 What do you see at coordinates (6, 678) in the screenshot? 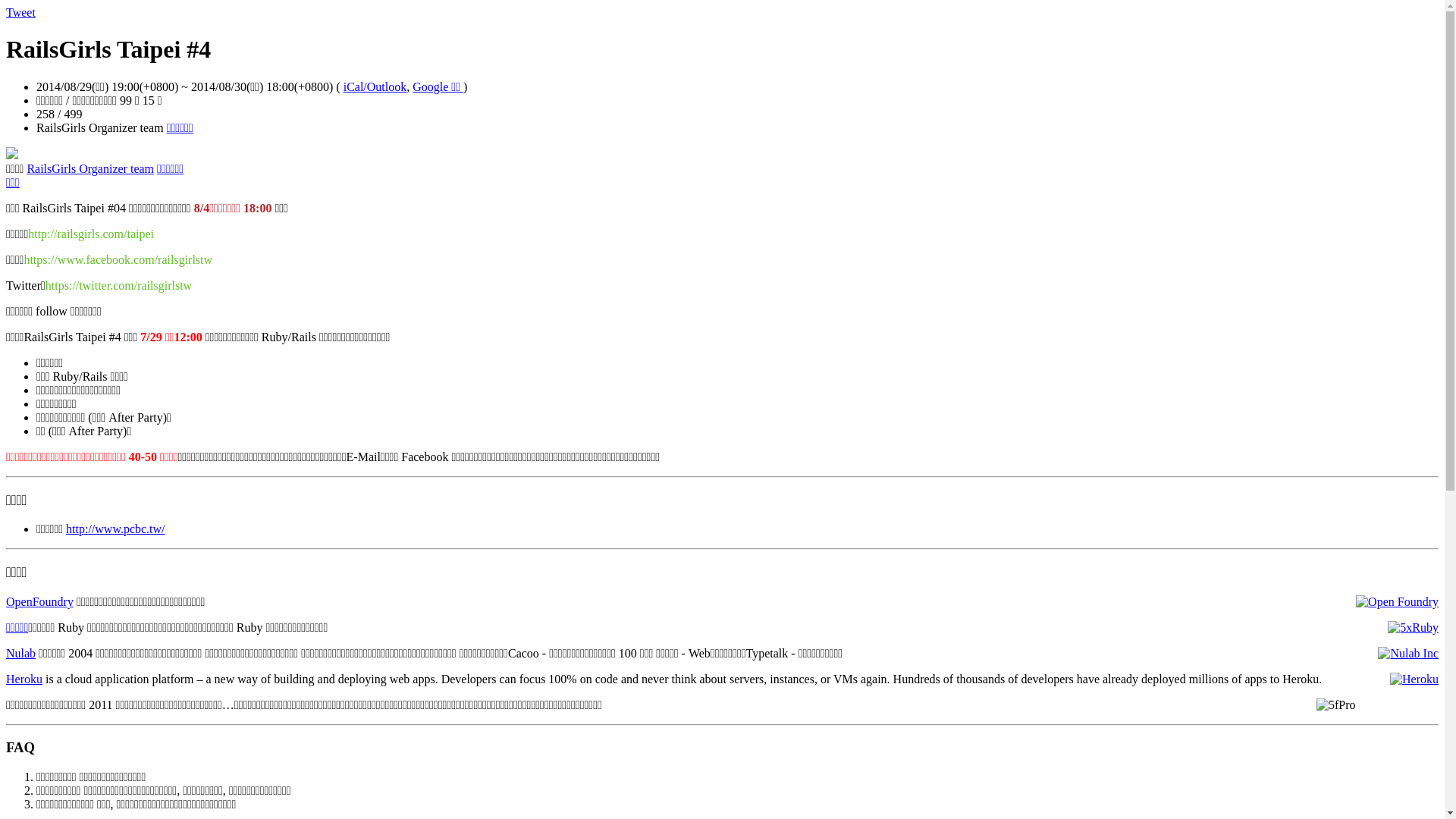
I see `'Heroku'` at bounding box center [6, 678].